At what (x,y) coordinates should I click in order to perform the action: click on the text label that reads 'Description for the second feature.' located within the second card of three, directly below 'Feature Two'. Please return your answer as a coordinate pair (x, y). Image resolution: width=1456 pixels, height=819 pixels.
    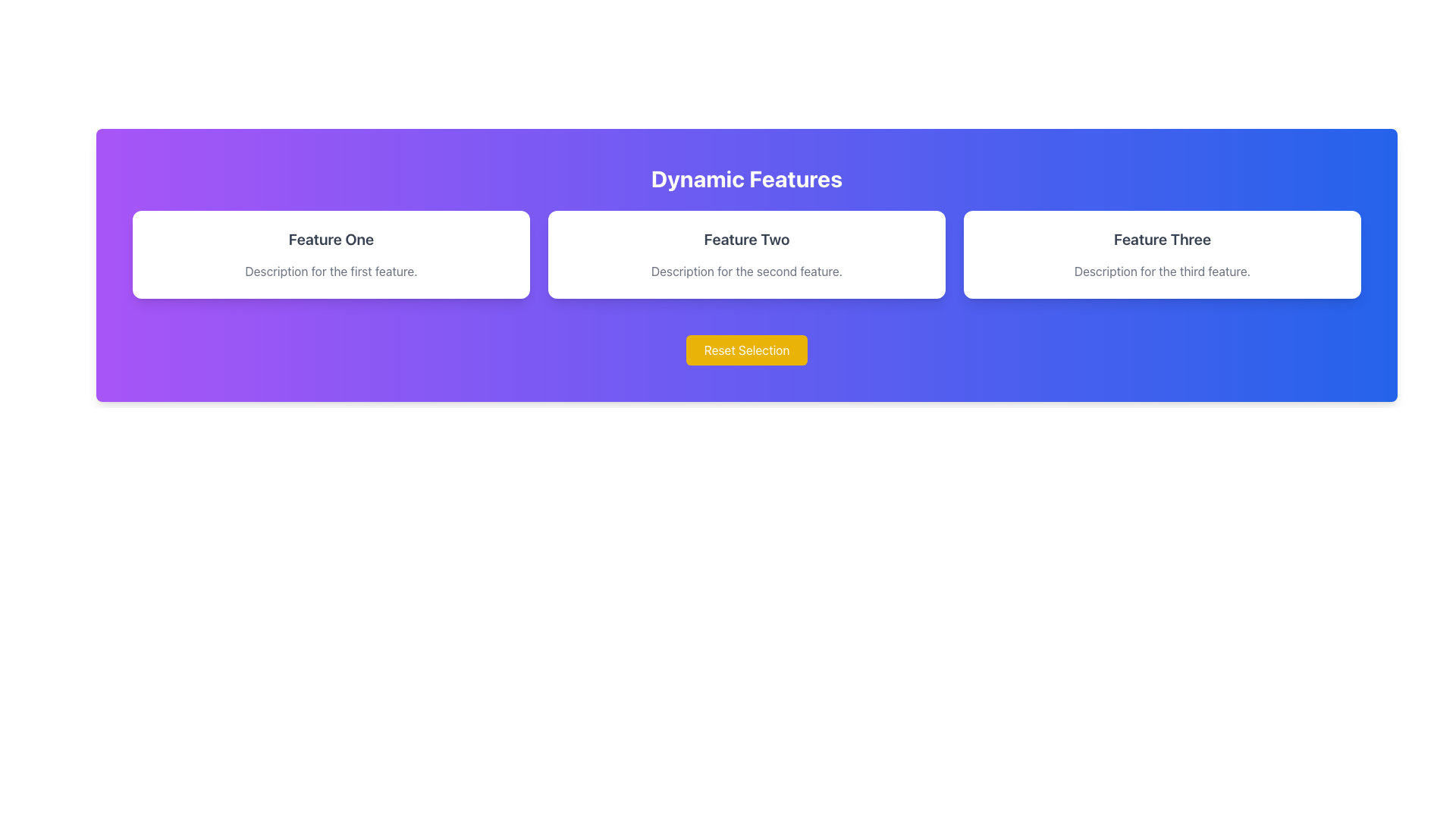
    Looking at the image, I should click on (746, 271).